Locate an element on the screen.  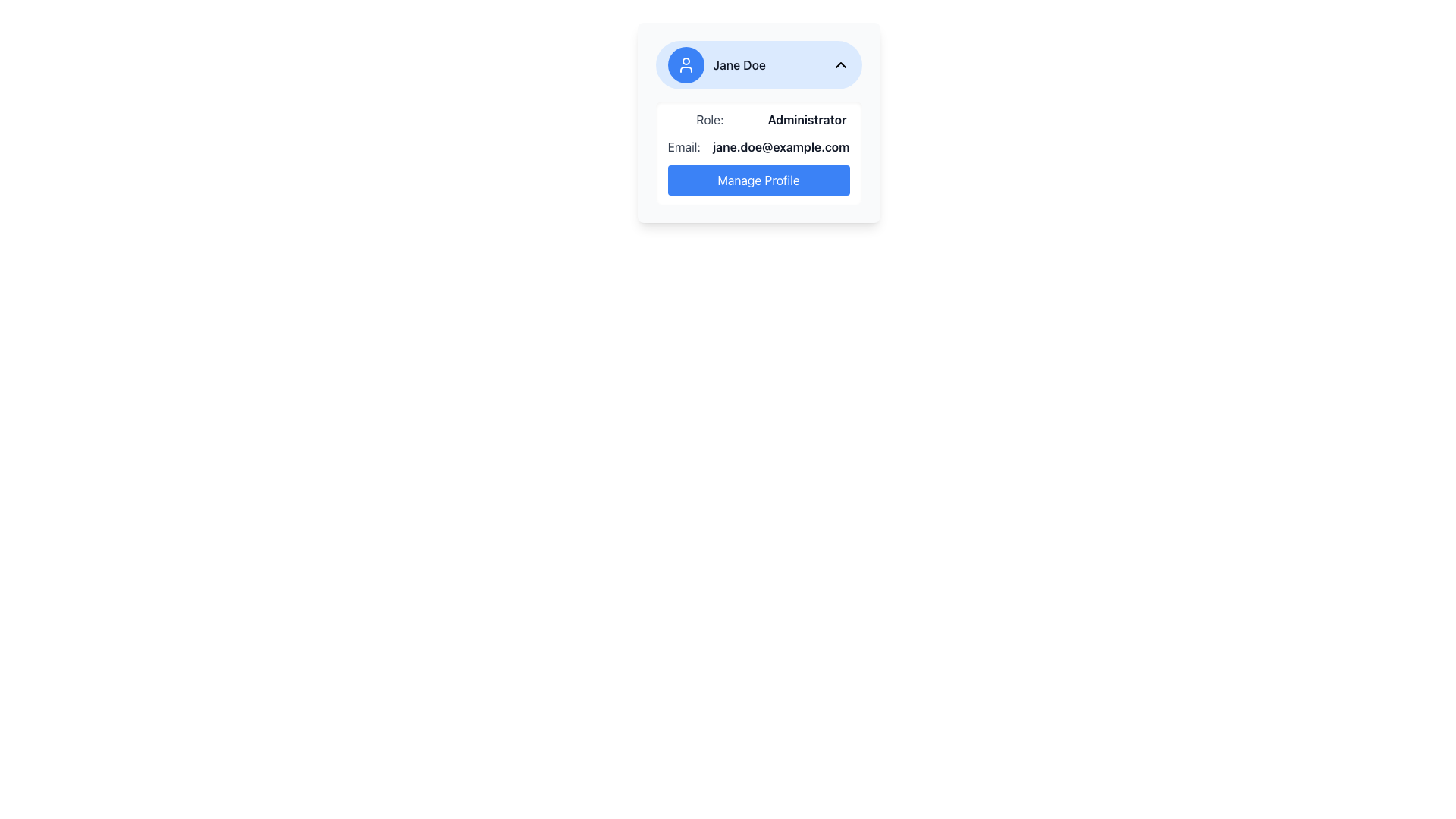
the static informational text displaying the user's email address, which is positioned below the role indication and above the 'Manage Profile' button is located at coordinates (758, 146).